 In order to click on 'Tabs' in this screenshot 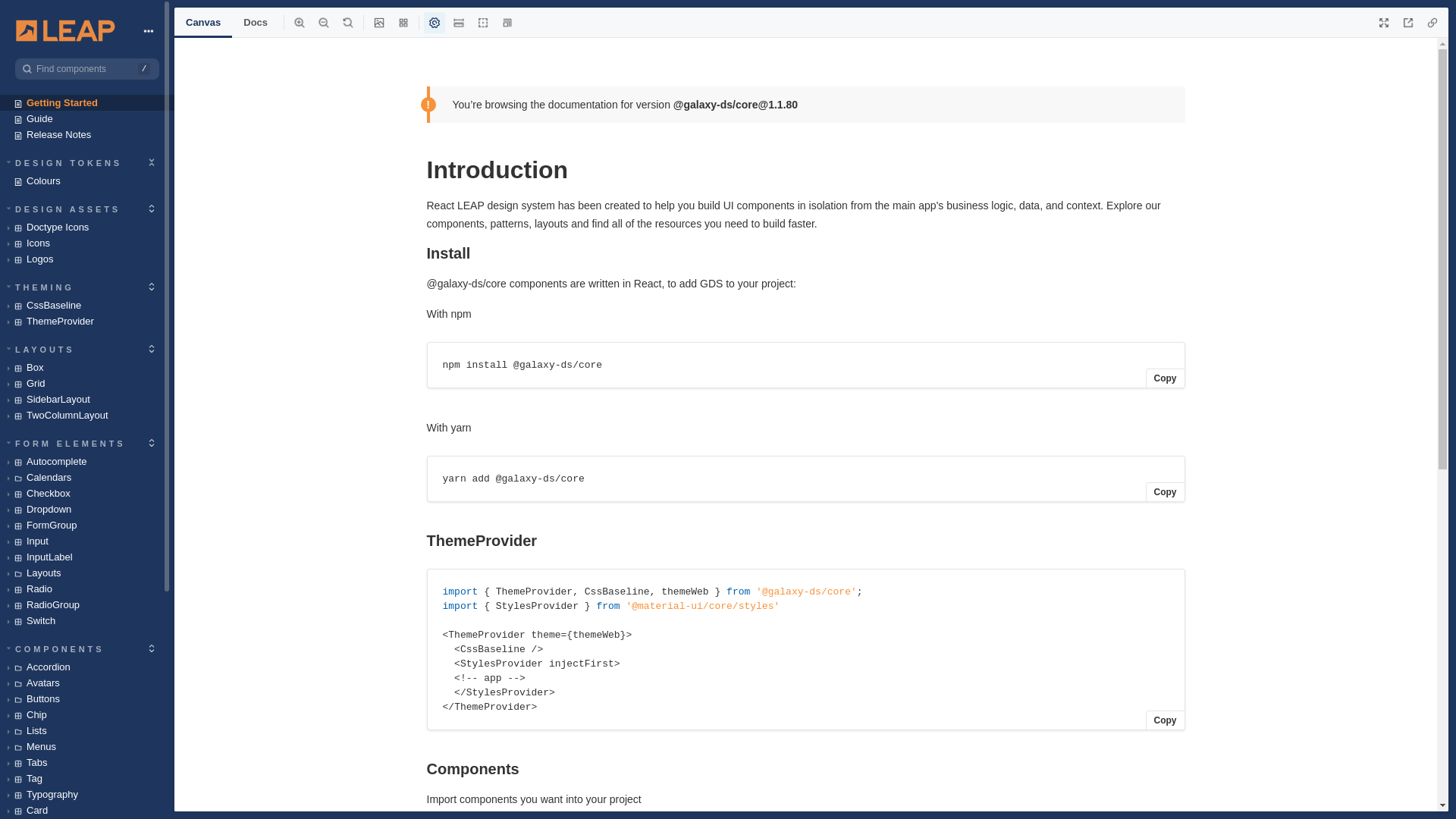, I will do `click(0, 762)`.